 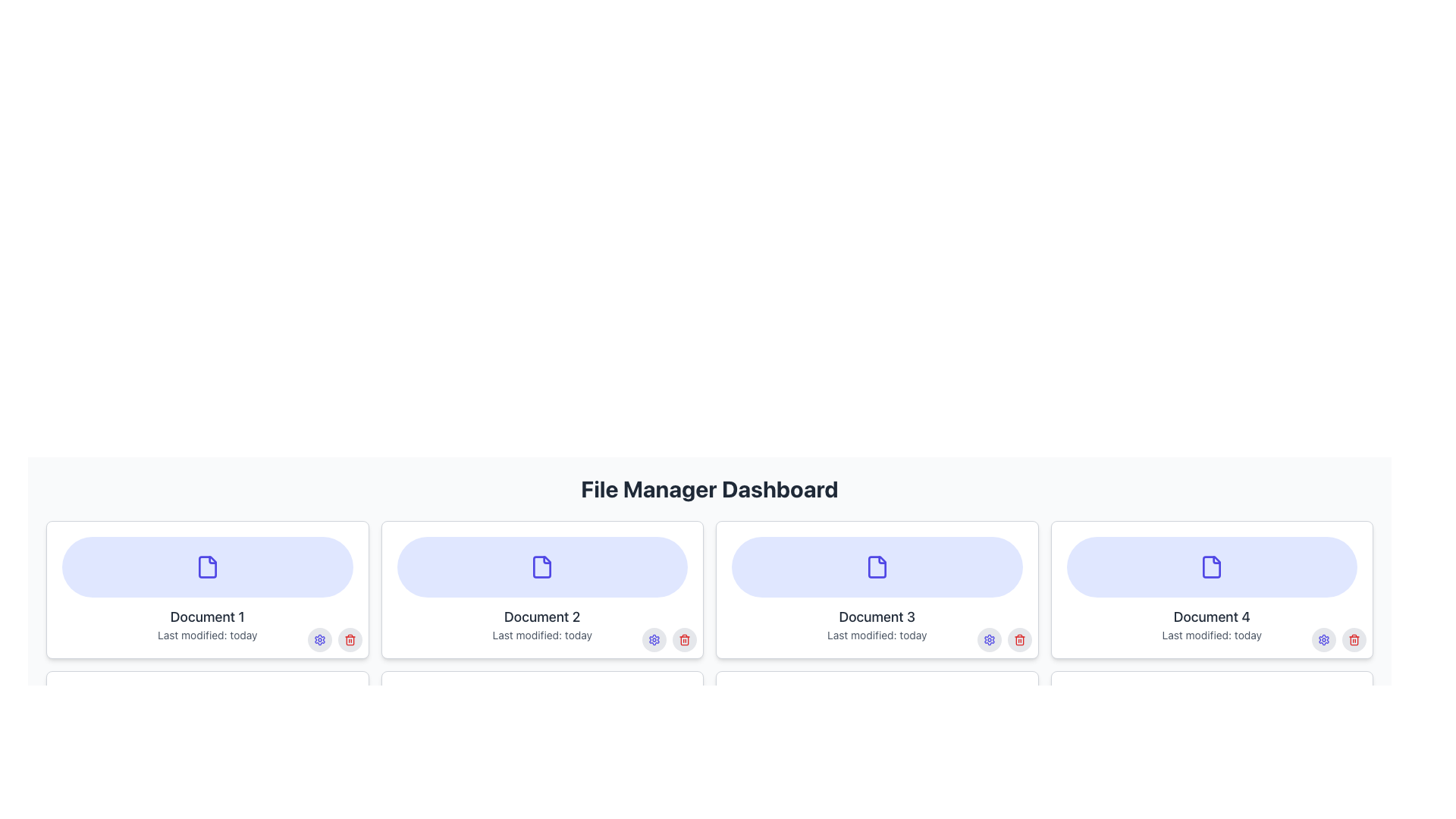 What do you see at coordinates (654, 640) in the screenshot?
I see `the settings icon button located in the lower-right corner of the 'Document 2' card beneath the 'File Manager Dashboard'` at bounding box center [654, 640].